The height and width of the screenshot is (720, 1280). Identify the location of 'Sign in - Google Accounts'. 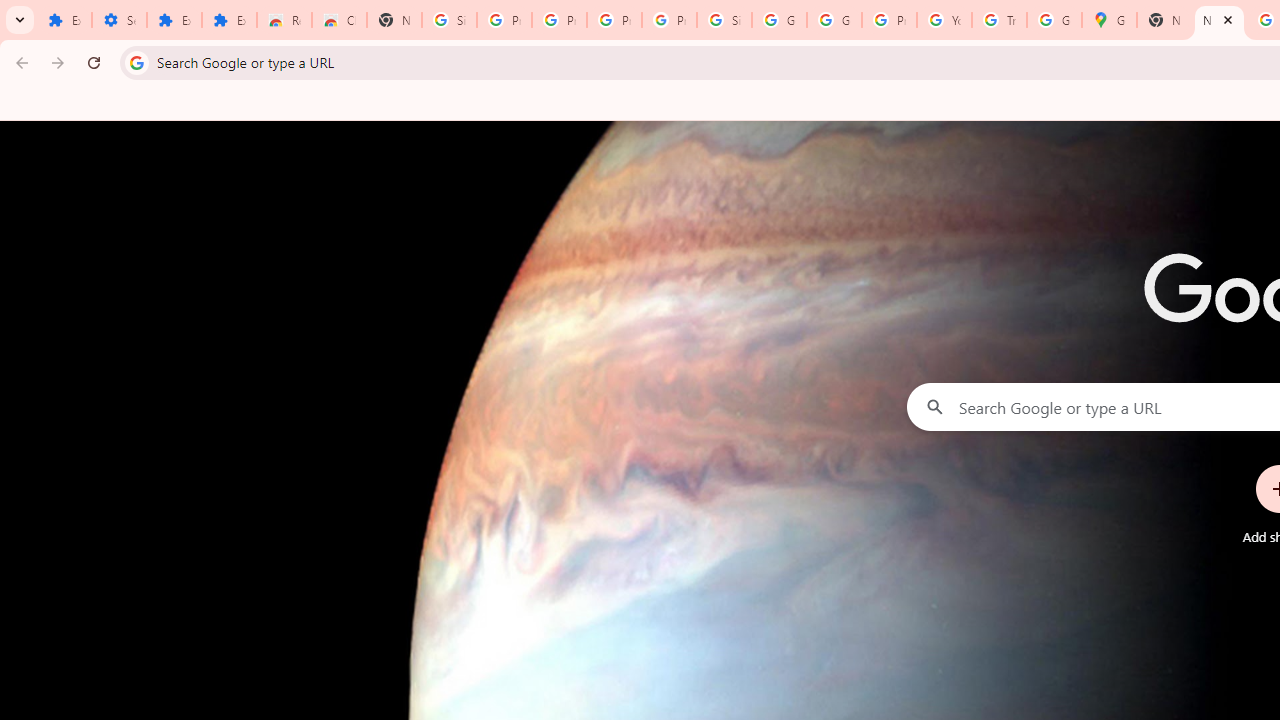
(724, 20).